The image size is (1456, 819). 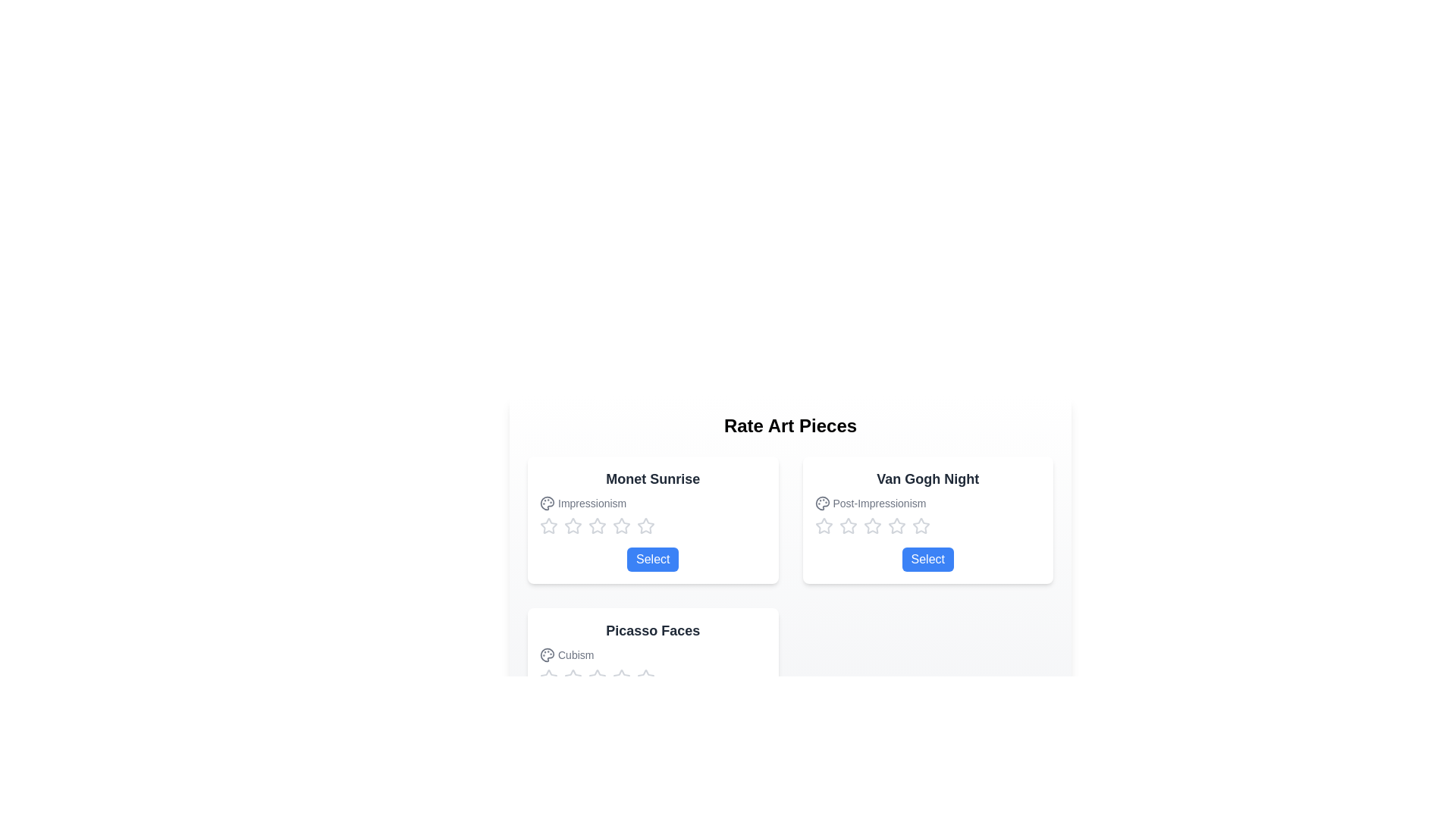 I want to click on the painter's palette icon located in the 'Picasso Faces' section, which is positioned to the left of the text 'Cubism', so click(x=546, y=654).